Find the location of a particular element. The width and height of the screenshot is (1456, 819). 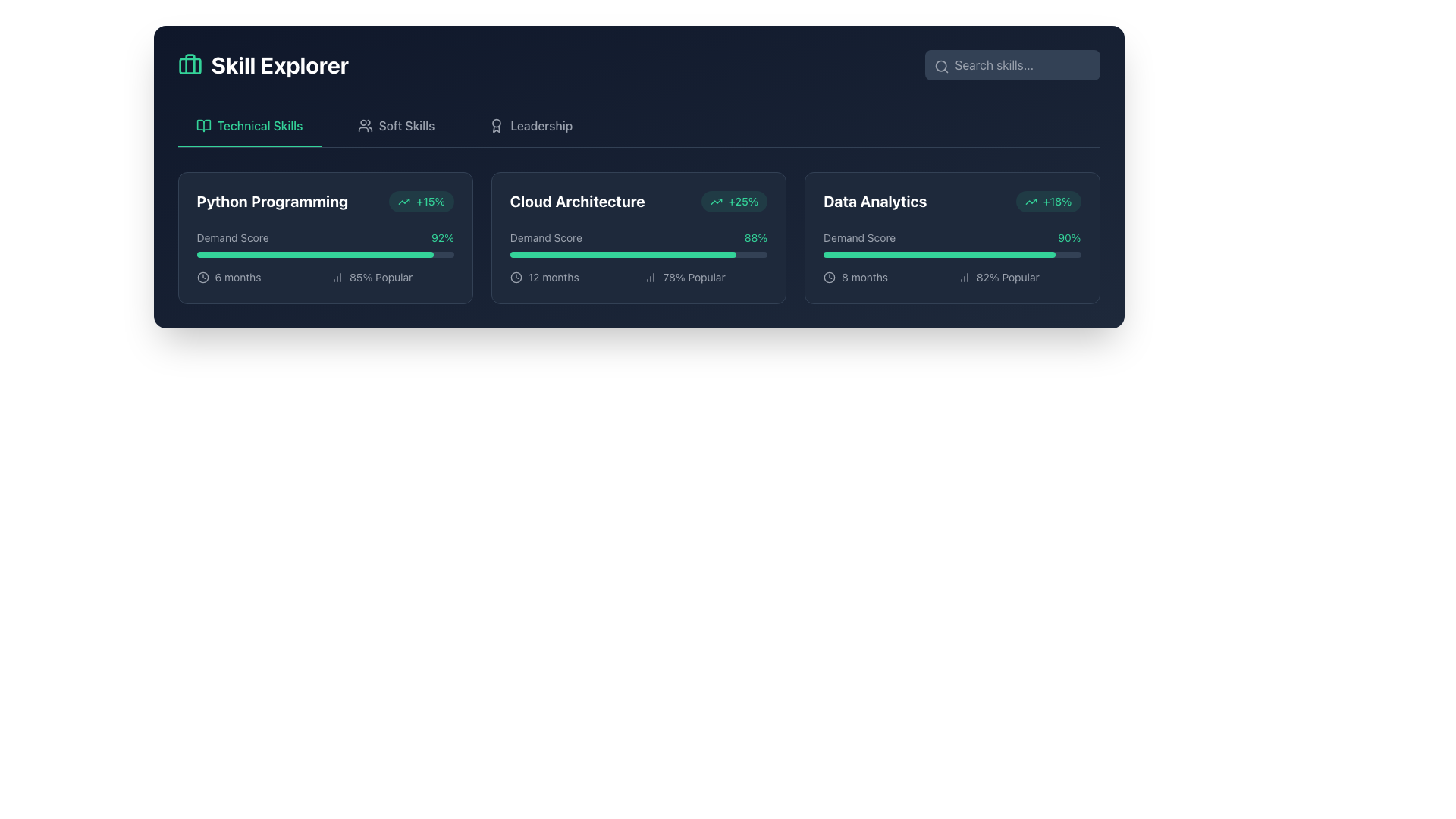

the static icon that visually represents popularity, located to the left of the '78% Popular' text in the 'Cloud Architecture' section of the dashboard is located at coordinates (651, 278).